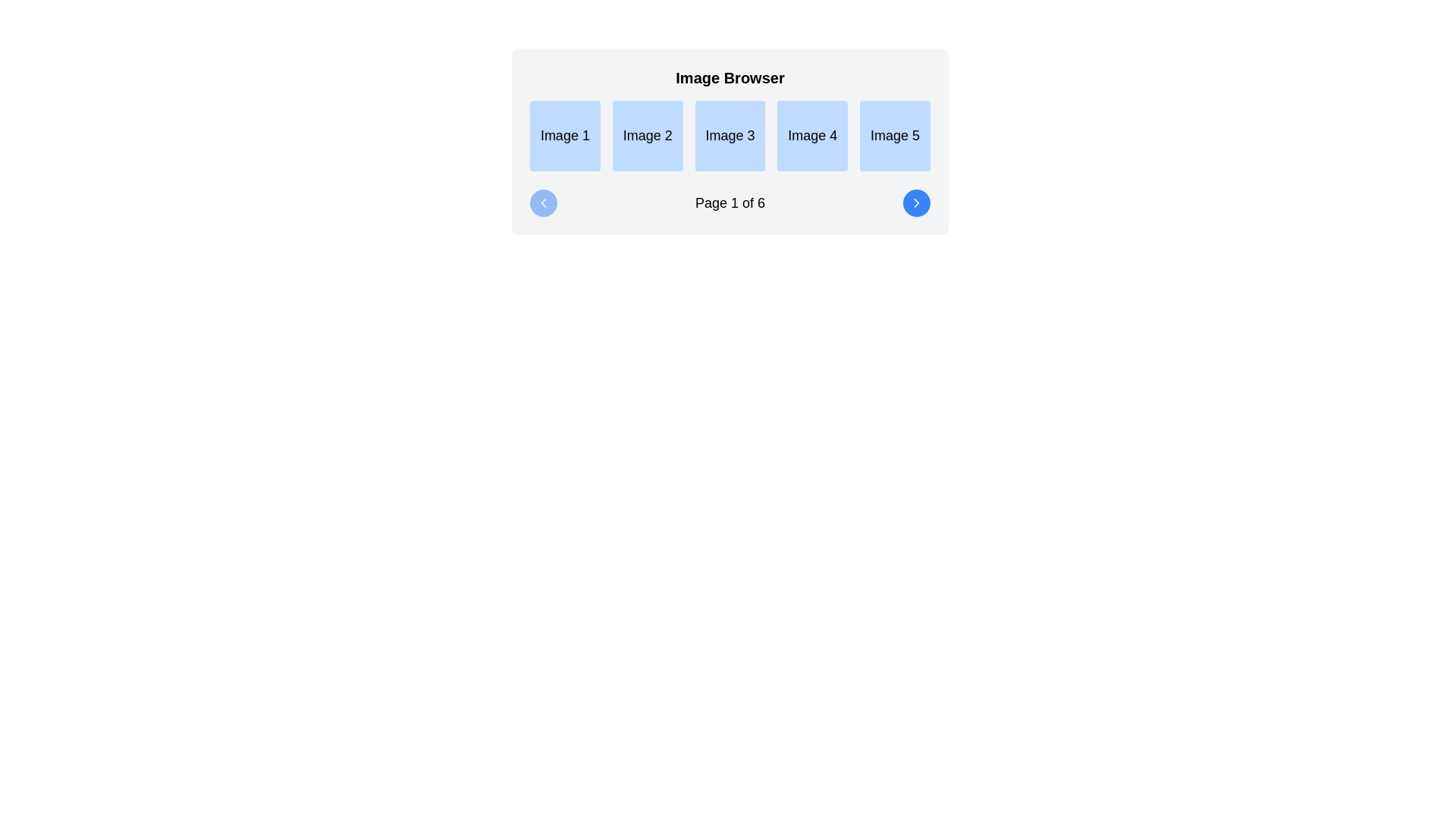  Describe the element at coordinates (916, 201) in the screenshot. I see `the right-facing chevron SVG icon located within a circular button at the bottom-right corner of the main interface` at that location.